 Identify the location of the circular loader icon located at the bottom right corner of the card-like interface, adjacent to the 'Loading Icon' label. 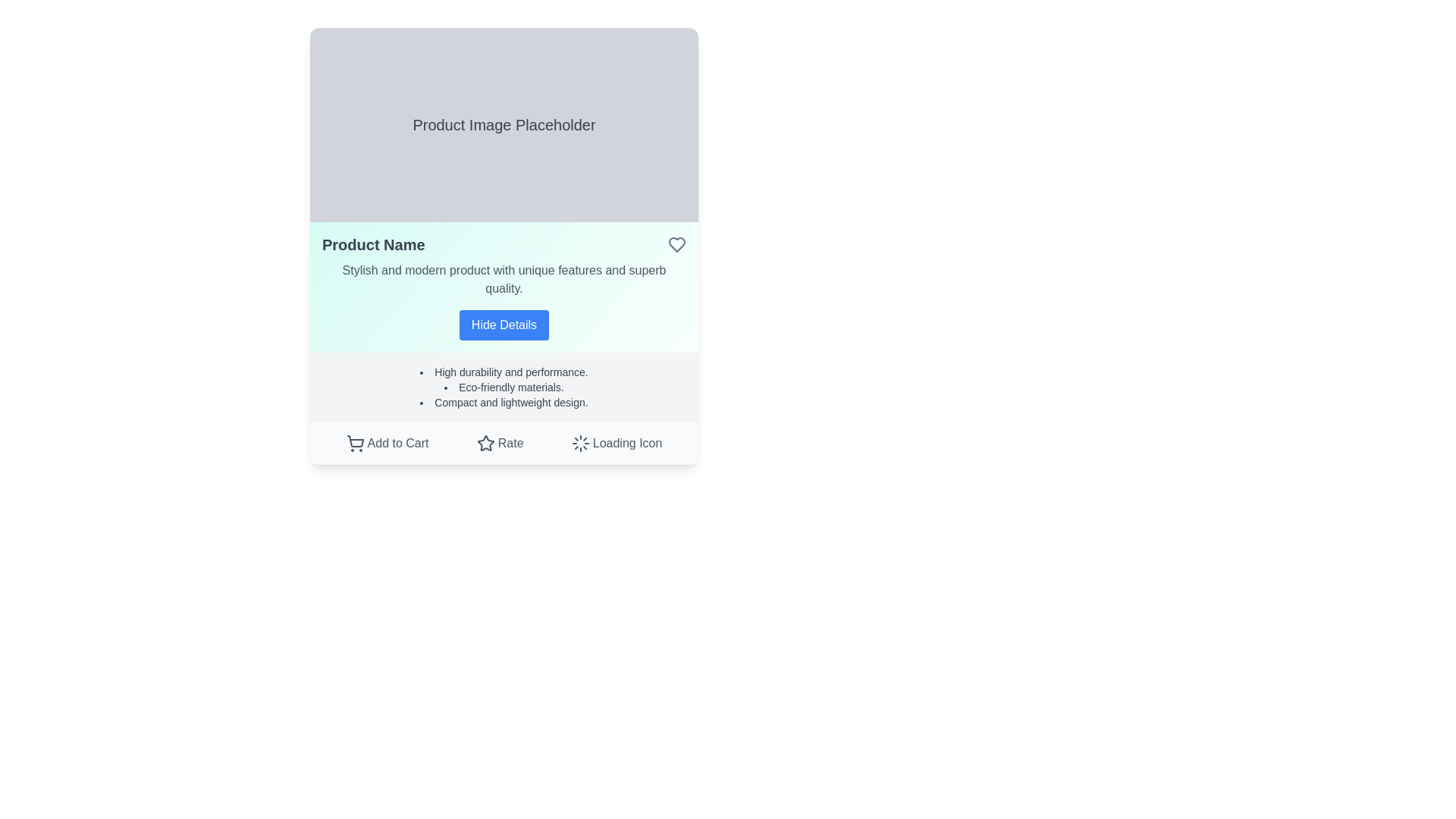
(579, 444).